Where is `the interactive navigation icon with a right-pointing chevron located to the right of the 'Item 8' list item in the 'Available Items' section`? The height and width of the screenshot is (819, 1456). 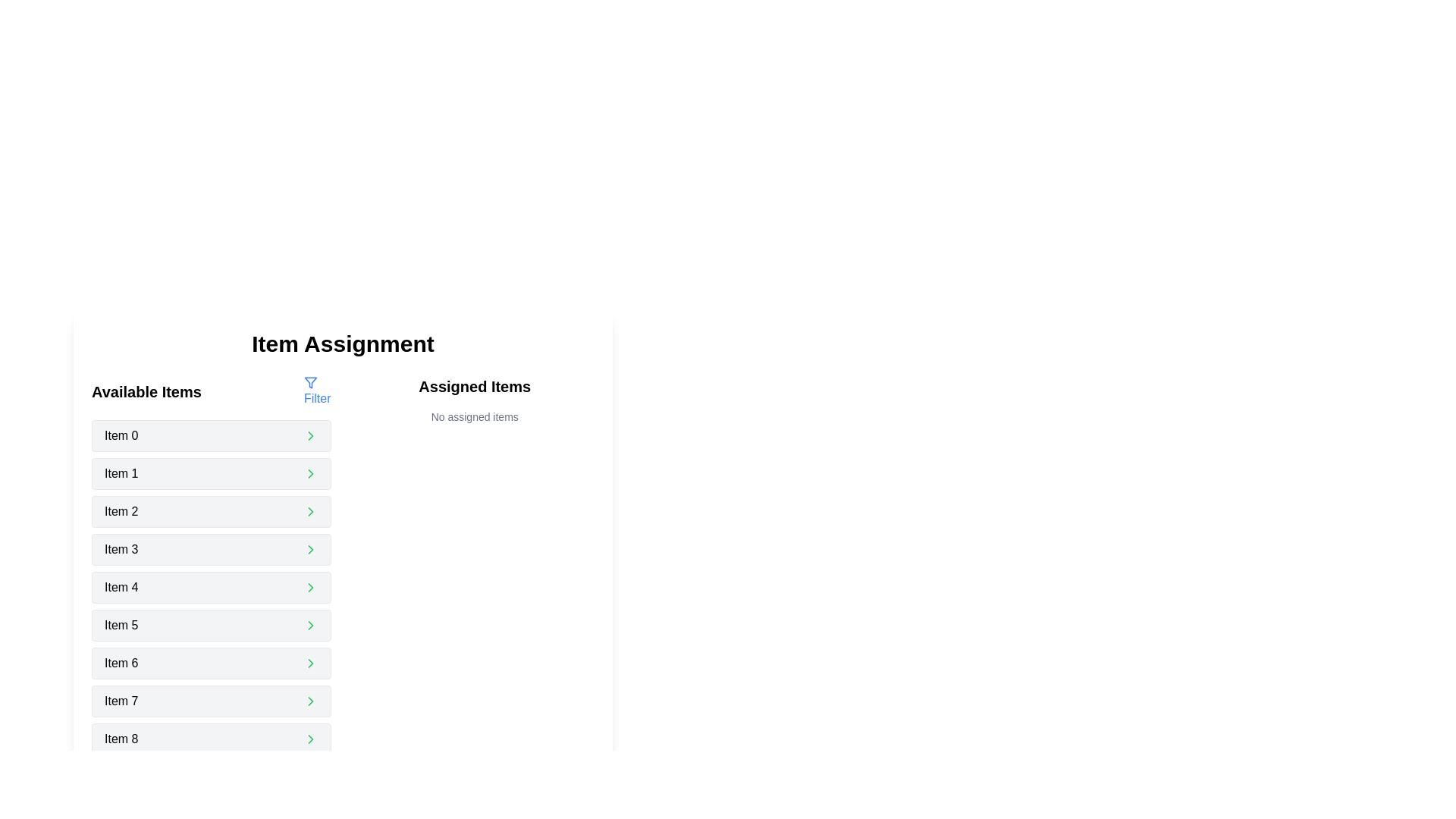
the interactive navigation icon with a right-pointing chevron located to the right of the 'Item 8' list item in the 'Available Items' section is located at coordinates (309, 739).